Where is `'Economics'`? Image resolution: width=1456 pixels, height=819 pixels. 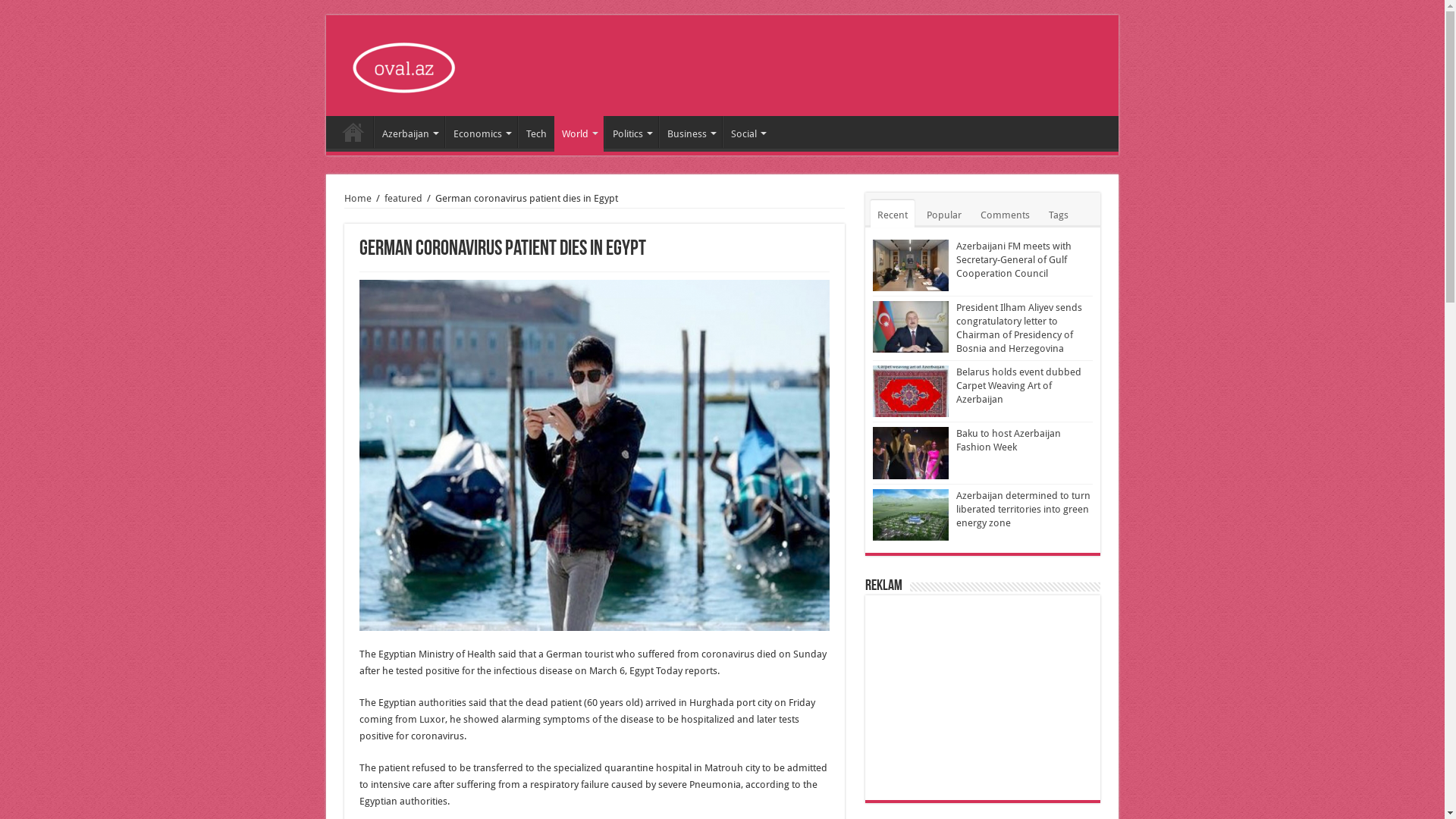
'Economics' is located at coordinates (480, 130).